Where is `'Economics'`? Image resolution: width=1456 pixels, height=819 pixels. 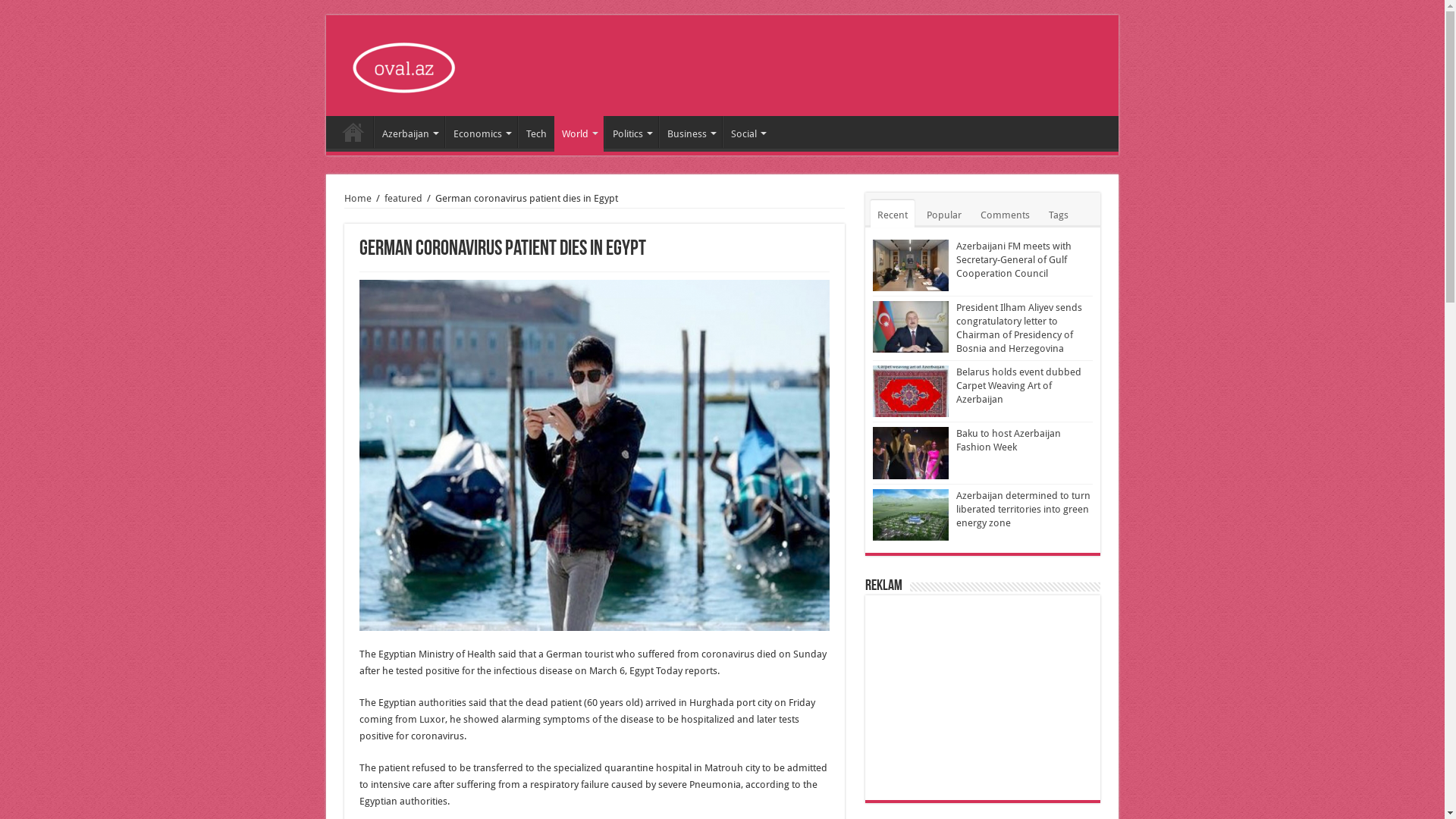
'Economics' is located at coordinates (480, 130).